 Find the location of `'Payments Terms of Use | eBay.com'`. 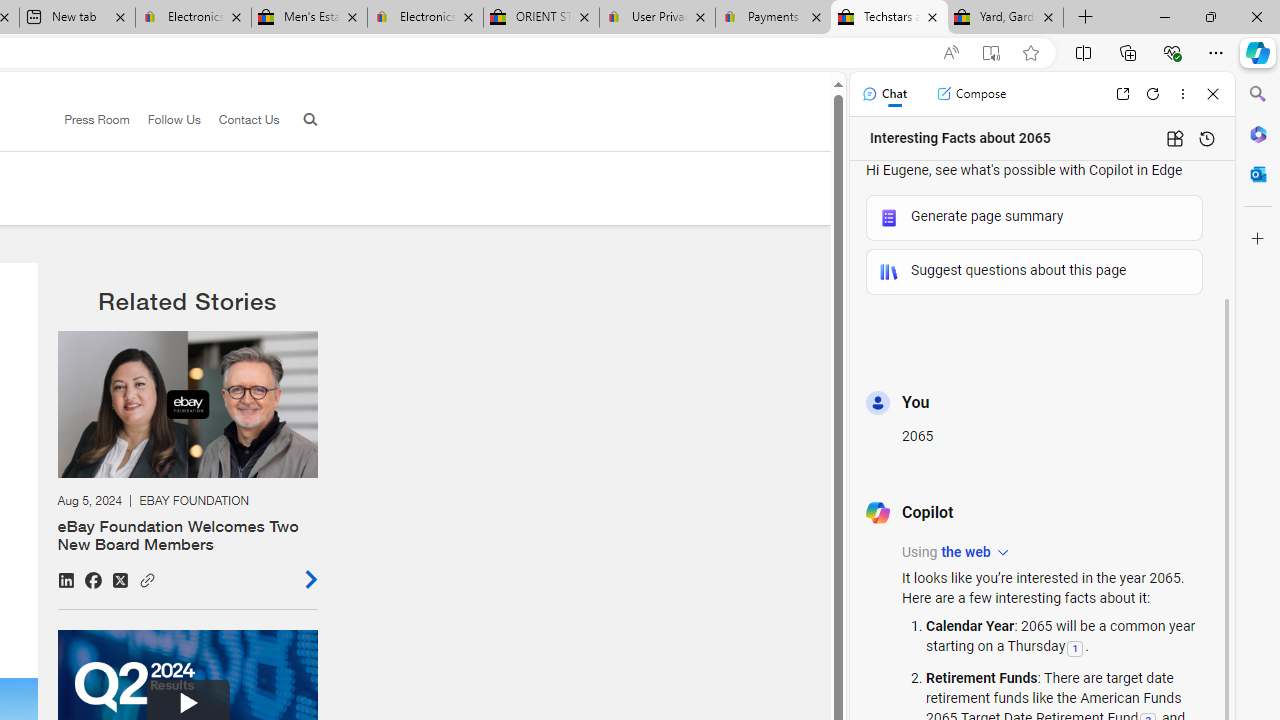

'Payments Terms of Use | eBay.com' is located at coordinates (772, 17).